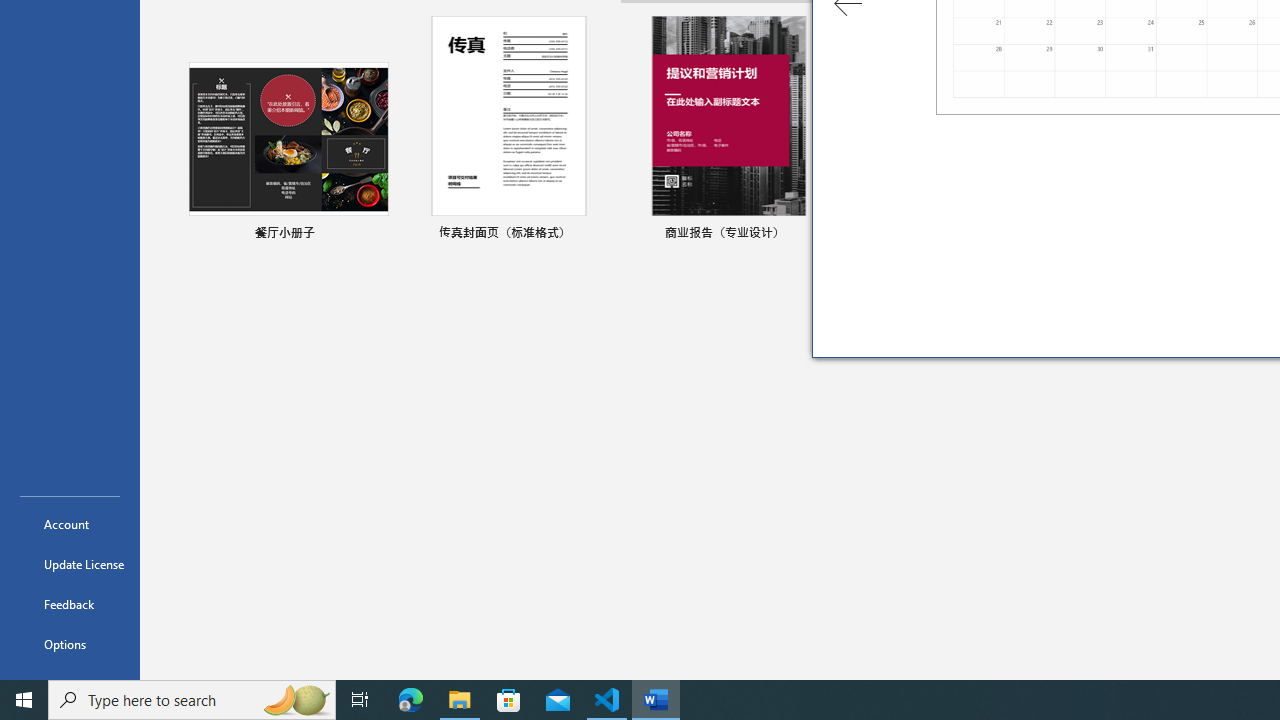 This screenshot has width=1280, height=720. Describe the element at coordinates (410, 698) in the screenshot. I see `'Microsoft Edge'` at that location.